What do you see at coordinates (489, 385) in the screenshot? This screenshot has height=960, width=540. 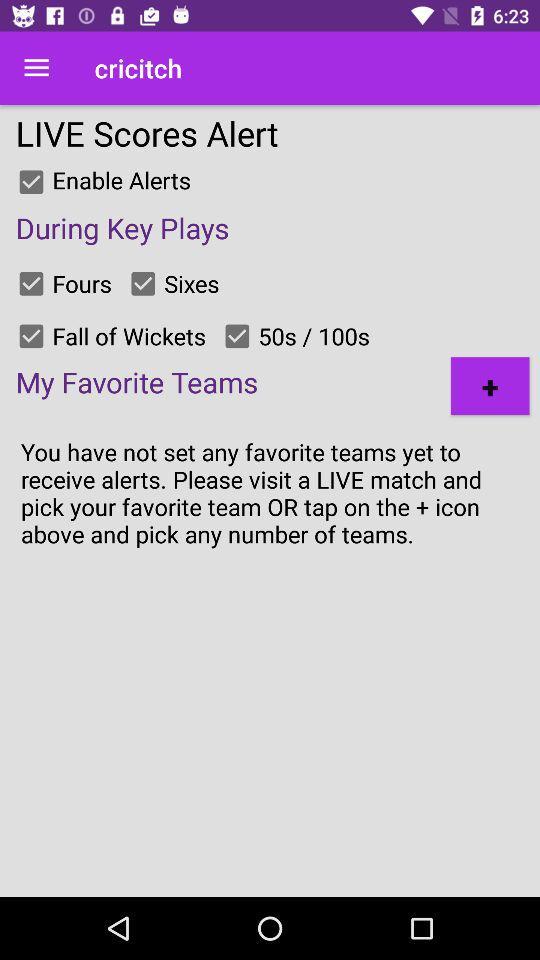 I see `the item below the during key plays` at bounding box center [489, 385].